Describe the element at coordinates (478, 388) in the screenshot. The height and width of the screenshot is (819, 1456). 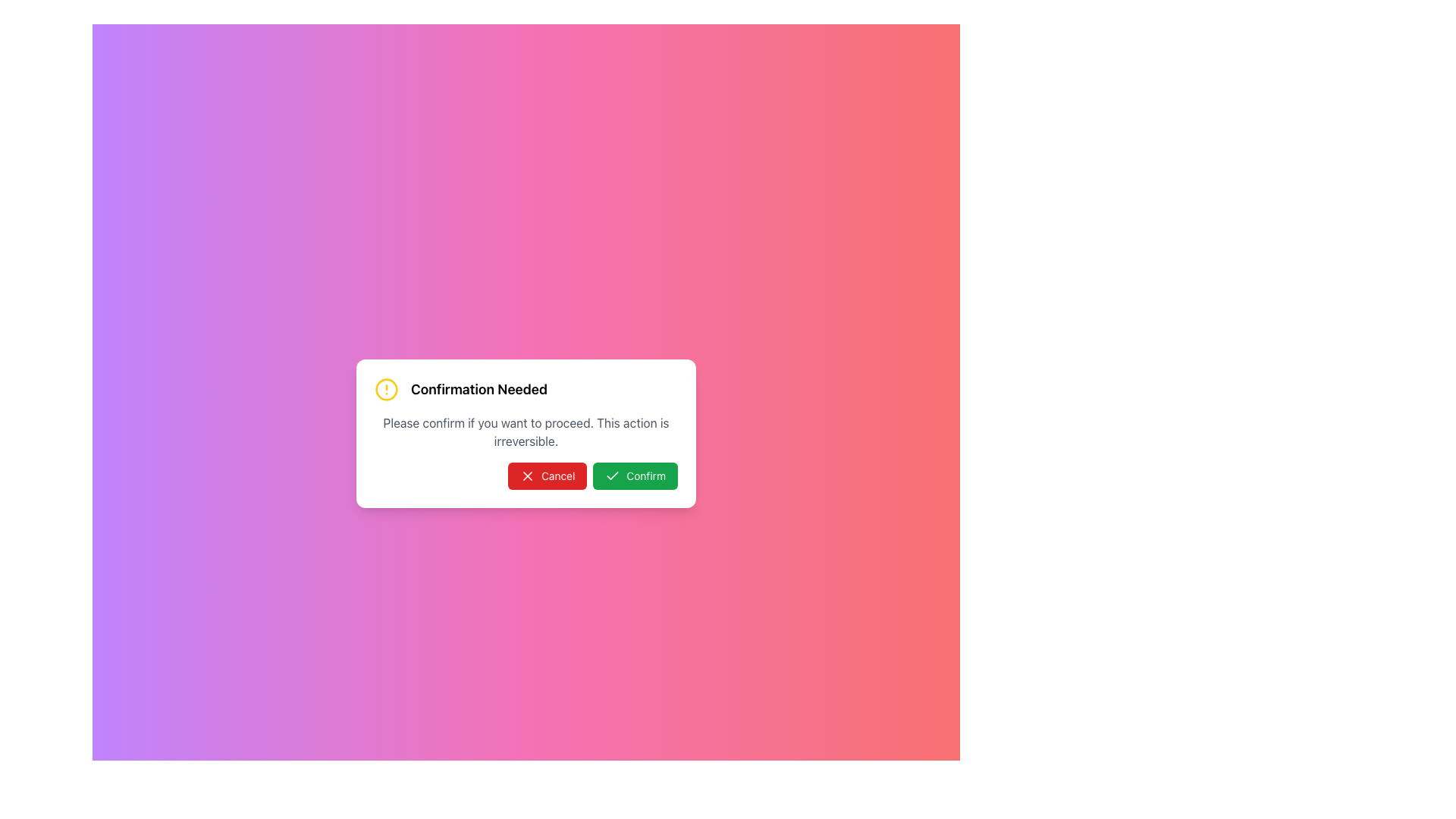
I see `bold and sizeable text stating 'Confirmation Needed' which is prominently displayed in a dialogue box` at that location.